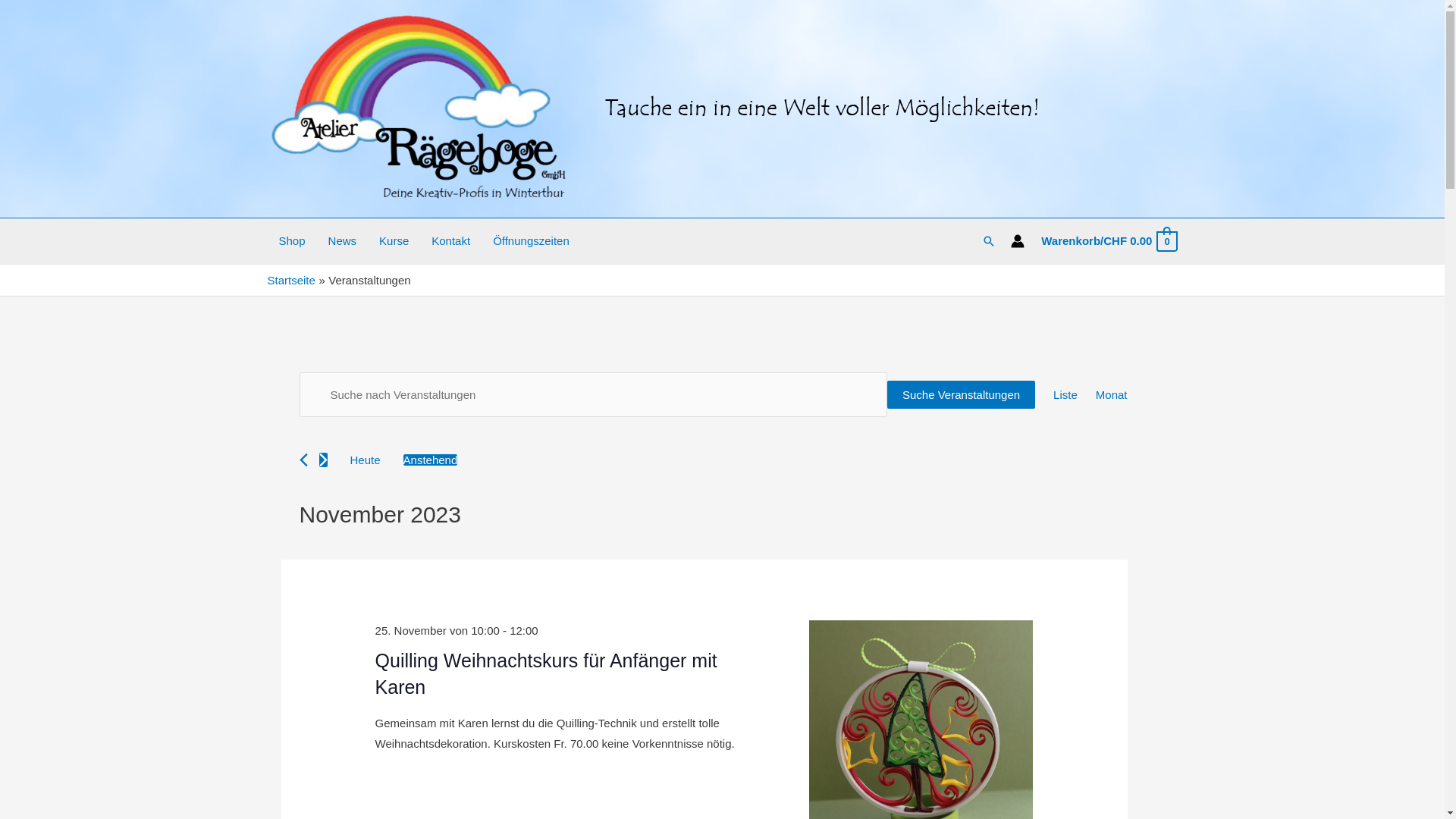  Describe the element at coordinates (303, 459) in the screenshot. I see `'Vorherige Veranstaltungen'` at that location.